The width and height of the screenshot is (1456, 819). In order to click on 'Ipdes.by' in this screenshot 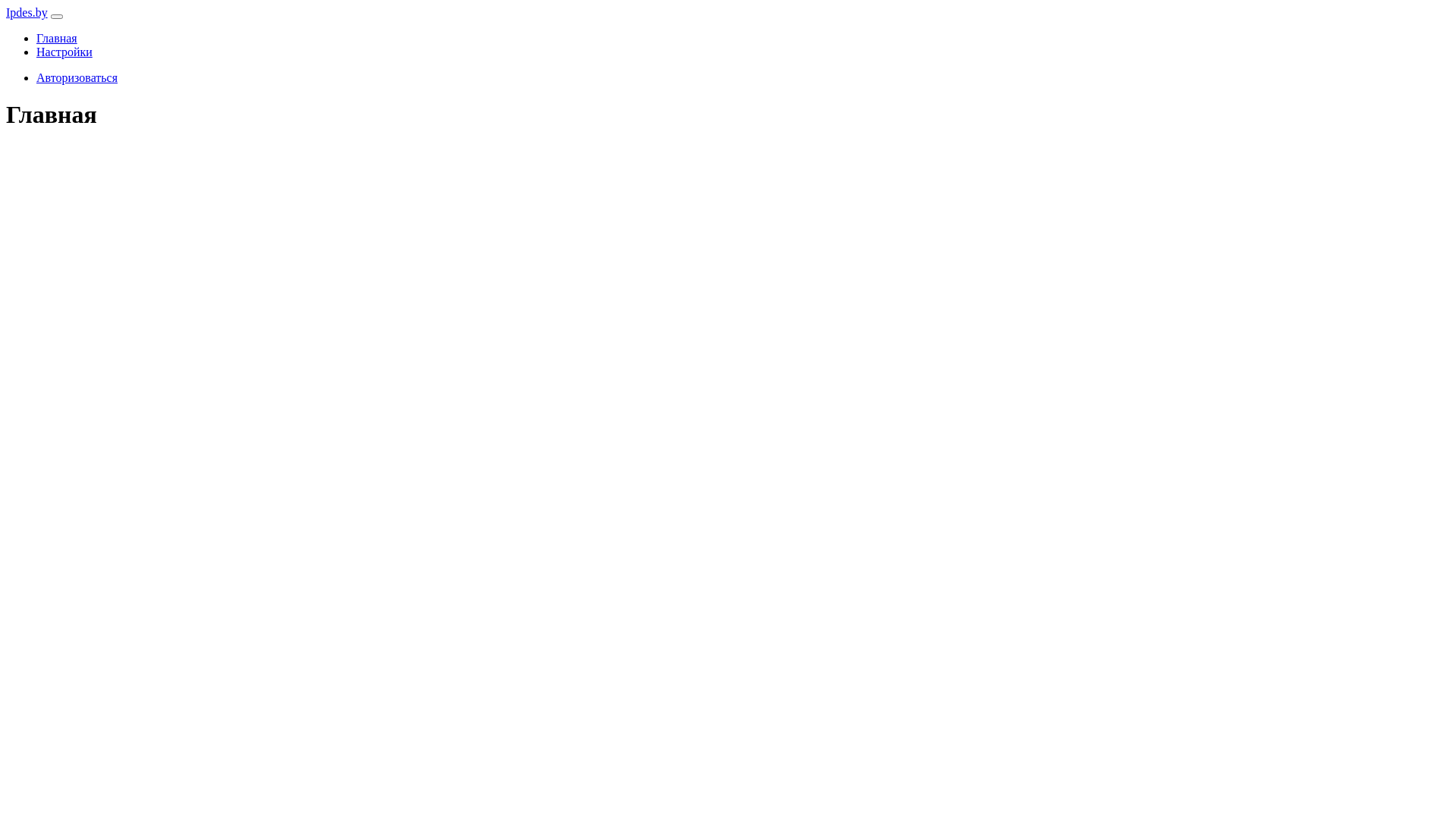, I will do `click(27, 12)`.